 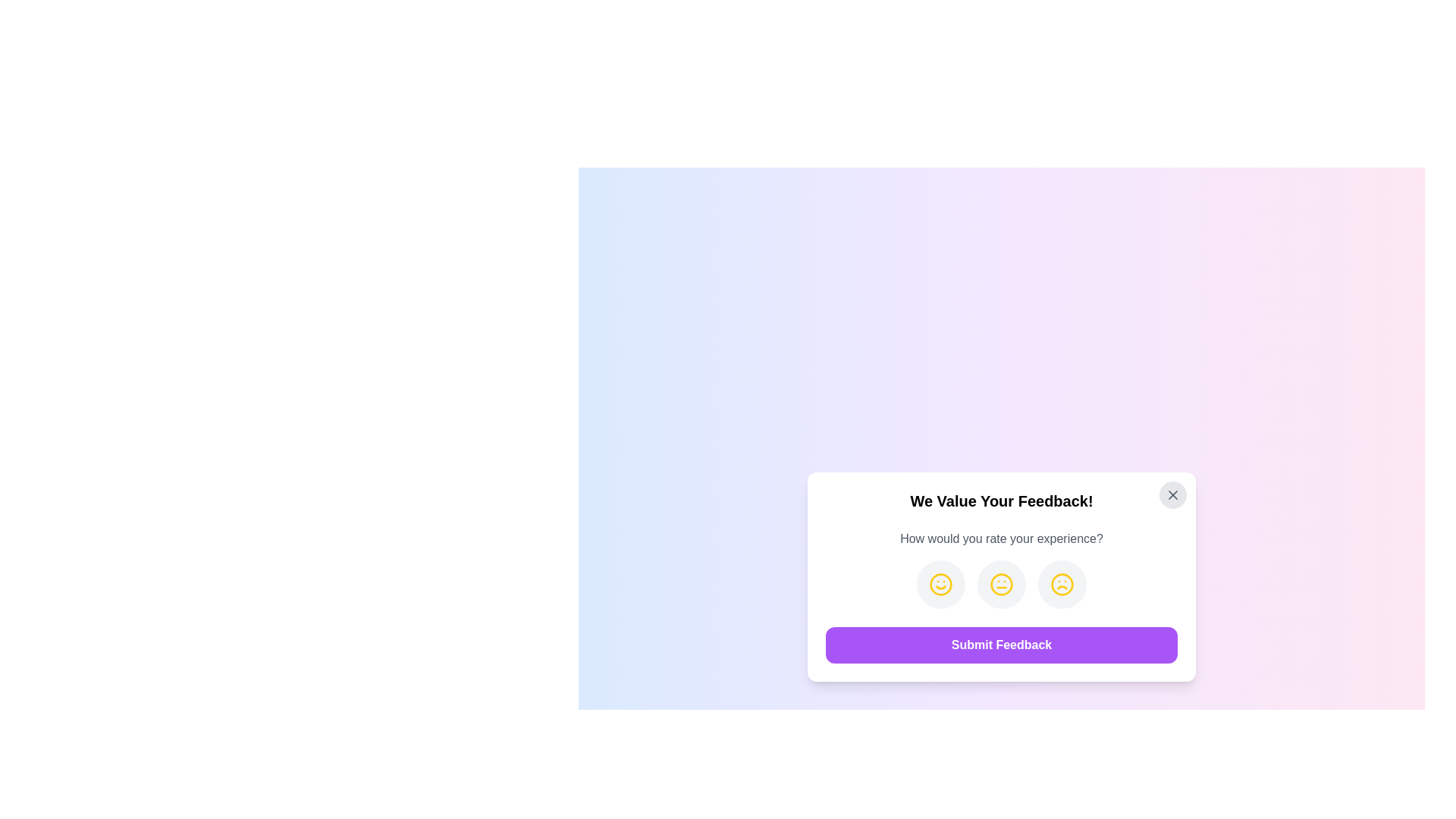 What do you see at coordinates (1001, 576) in the screenshot?
I see `the neutral face rating circle` at bounding box center [1001, 576].